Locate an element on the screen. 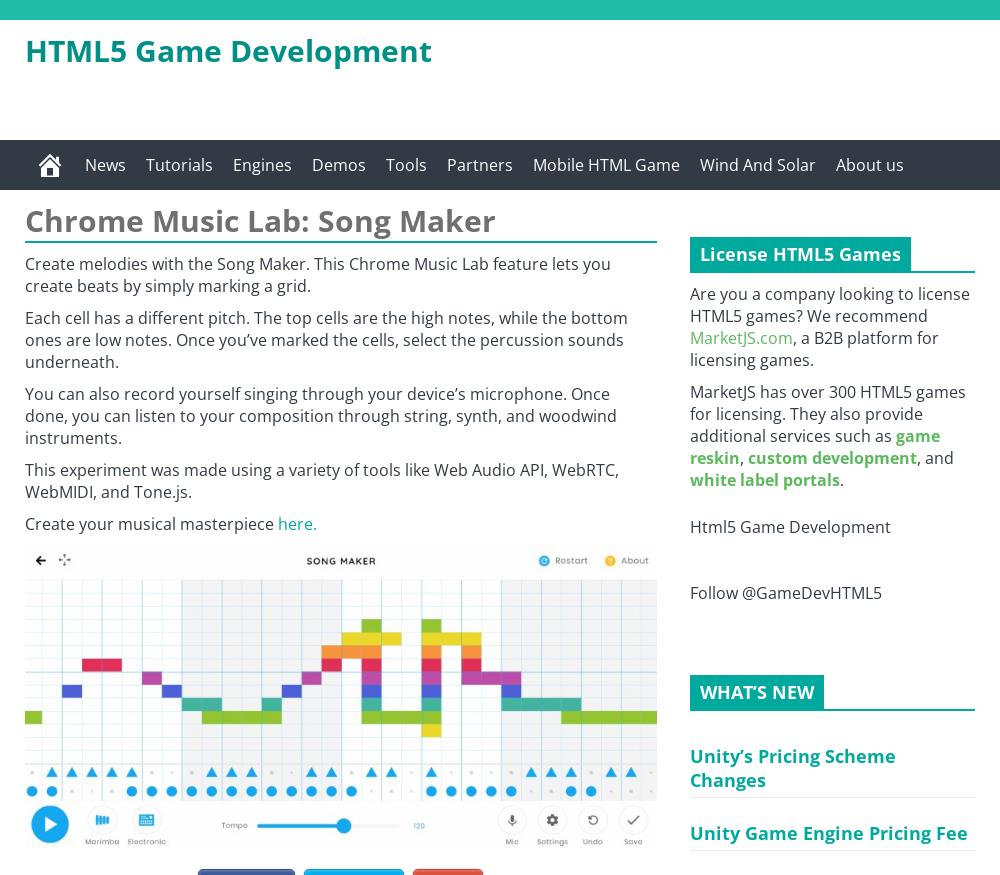 This screenshot has width=1000, height=875. 'Chrome Music Lab: Song Maker' is located at coordinates (260, 220).